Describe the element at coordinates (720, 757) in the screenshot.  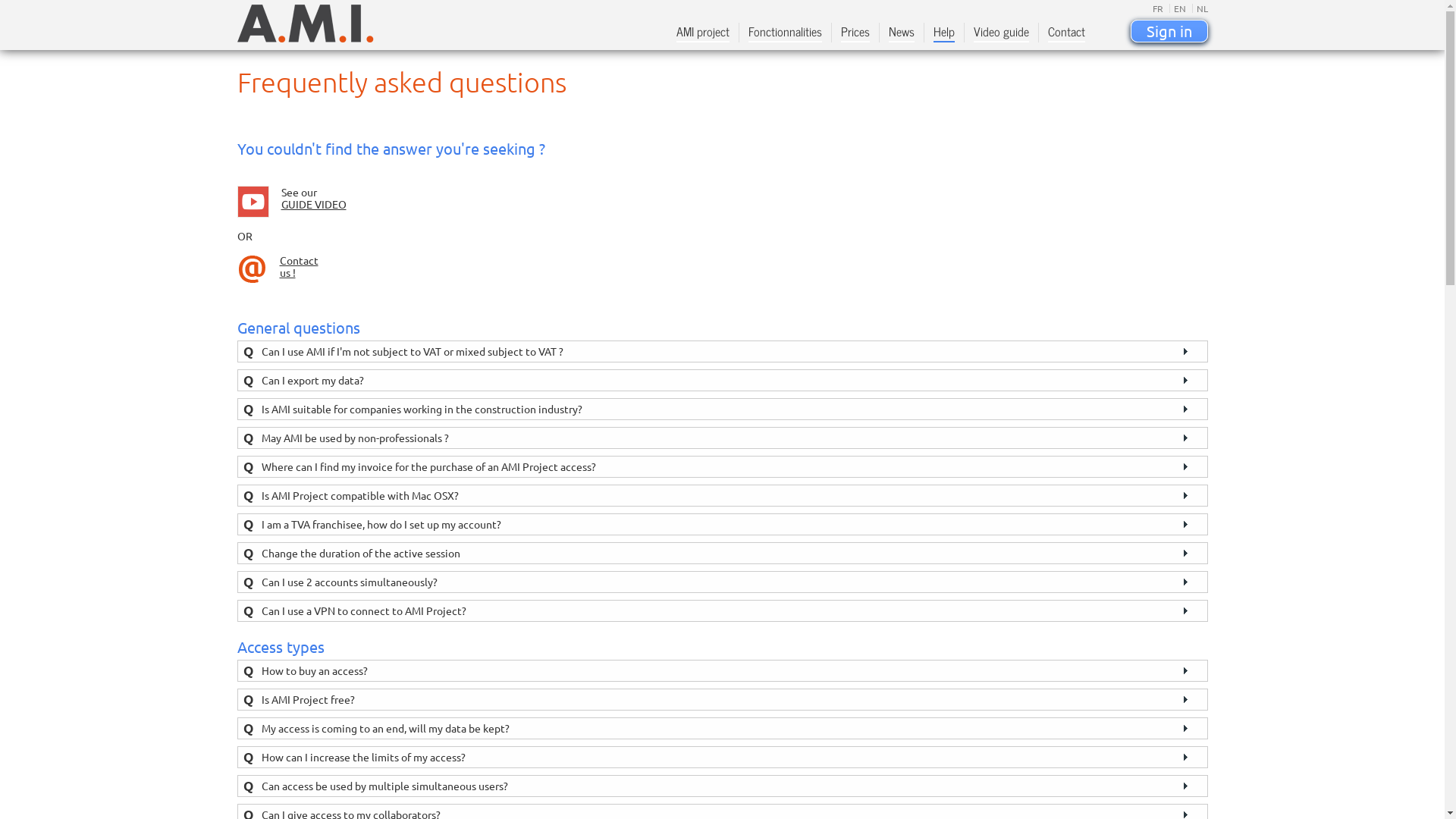
I see `'Q How can I increase the limits of my access?'` at that location.